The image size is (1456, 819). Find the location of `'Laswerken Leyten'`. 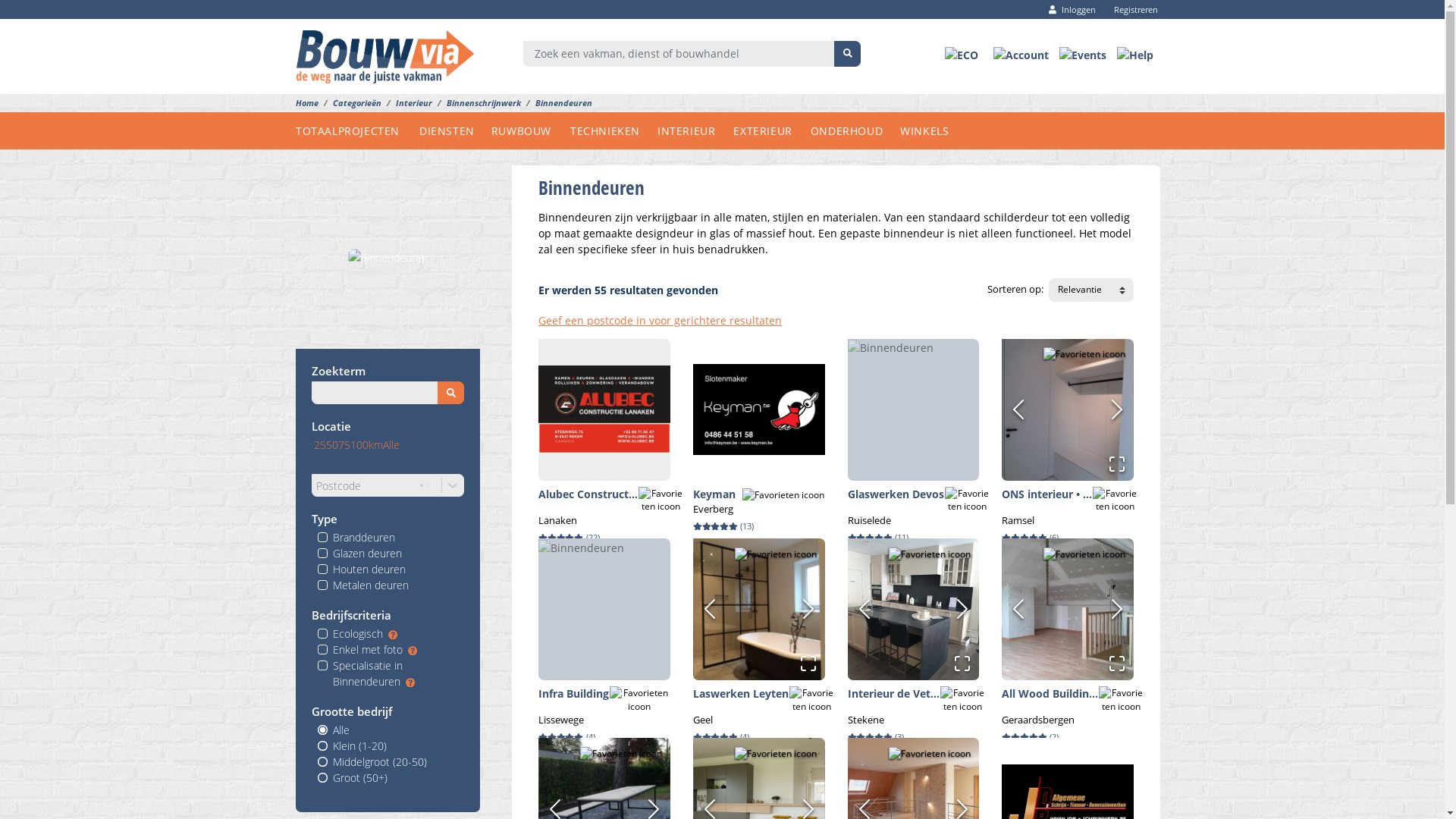

'Laswerken Leyten' is located at coordinates (741, 693).